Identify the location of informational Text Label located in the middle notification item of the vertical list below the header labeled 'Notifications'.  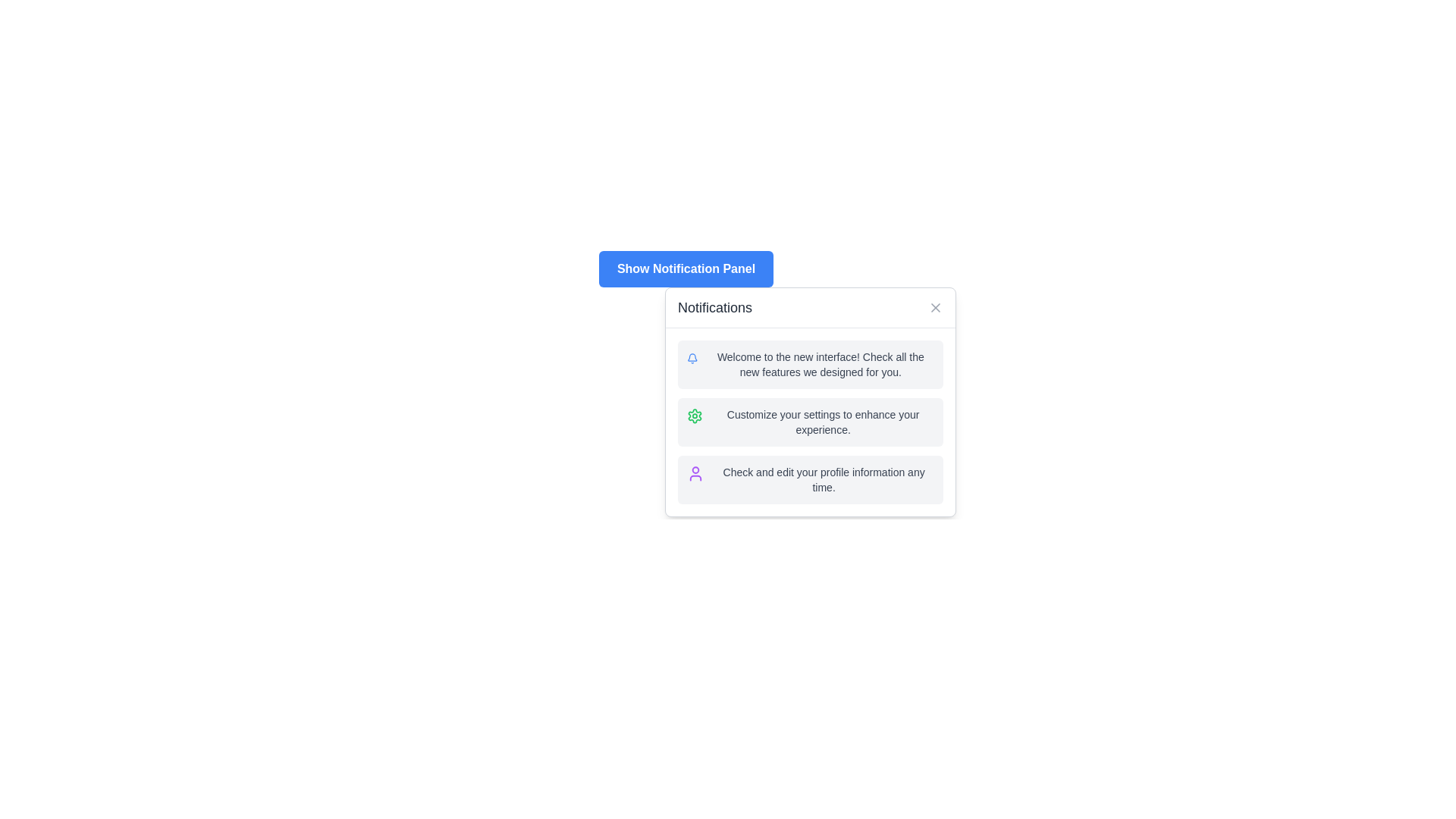
(822, 422).